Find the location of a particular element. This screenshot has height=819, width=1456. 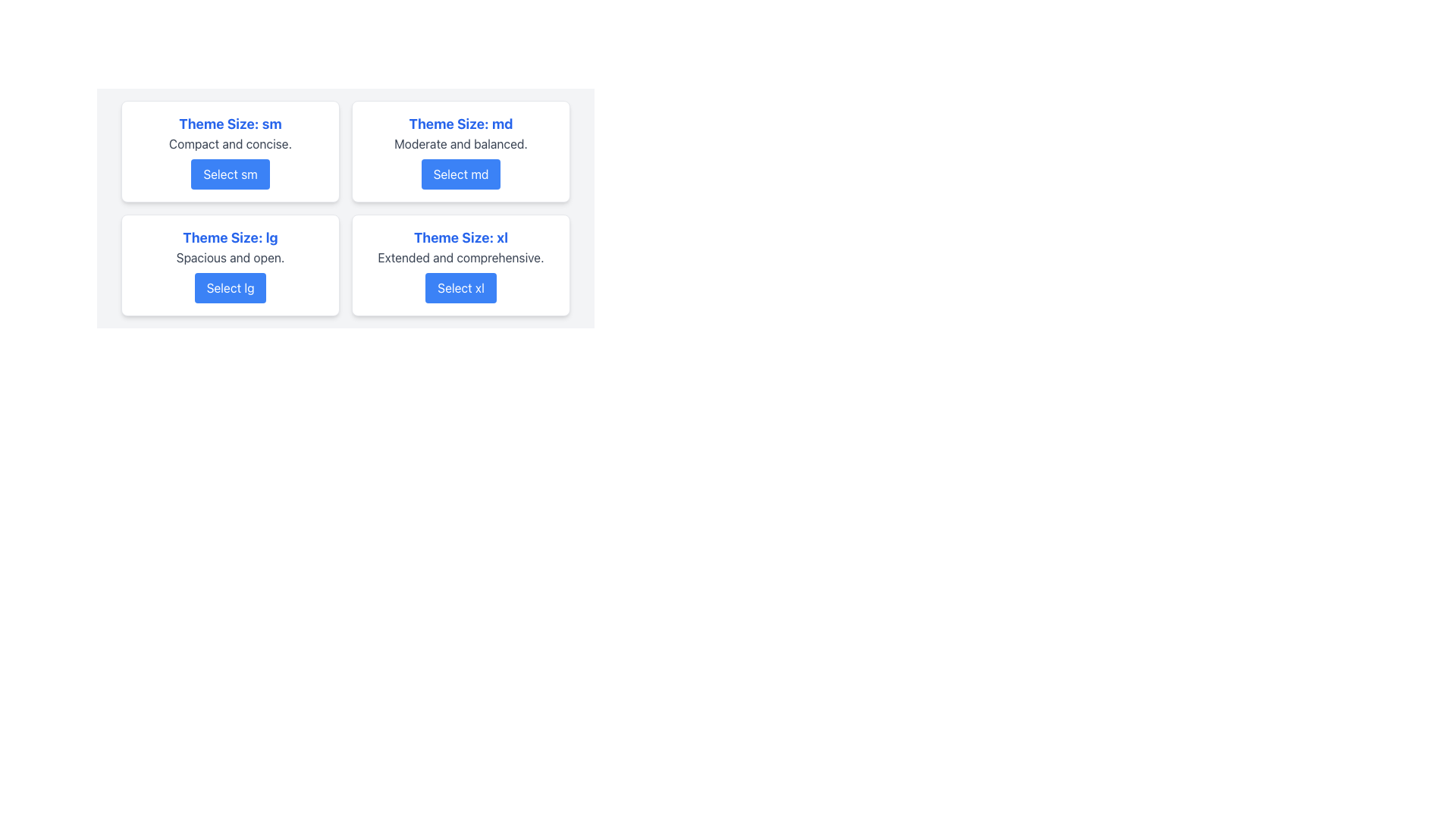

the button located at the bottom of the card labeled 'Theme Size: lg' is located at coordinates (229, 288).